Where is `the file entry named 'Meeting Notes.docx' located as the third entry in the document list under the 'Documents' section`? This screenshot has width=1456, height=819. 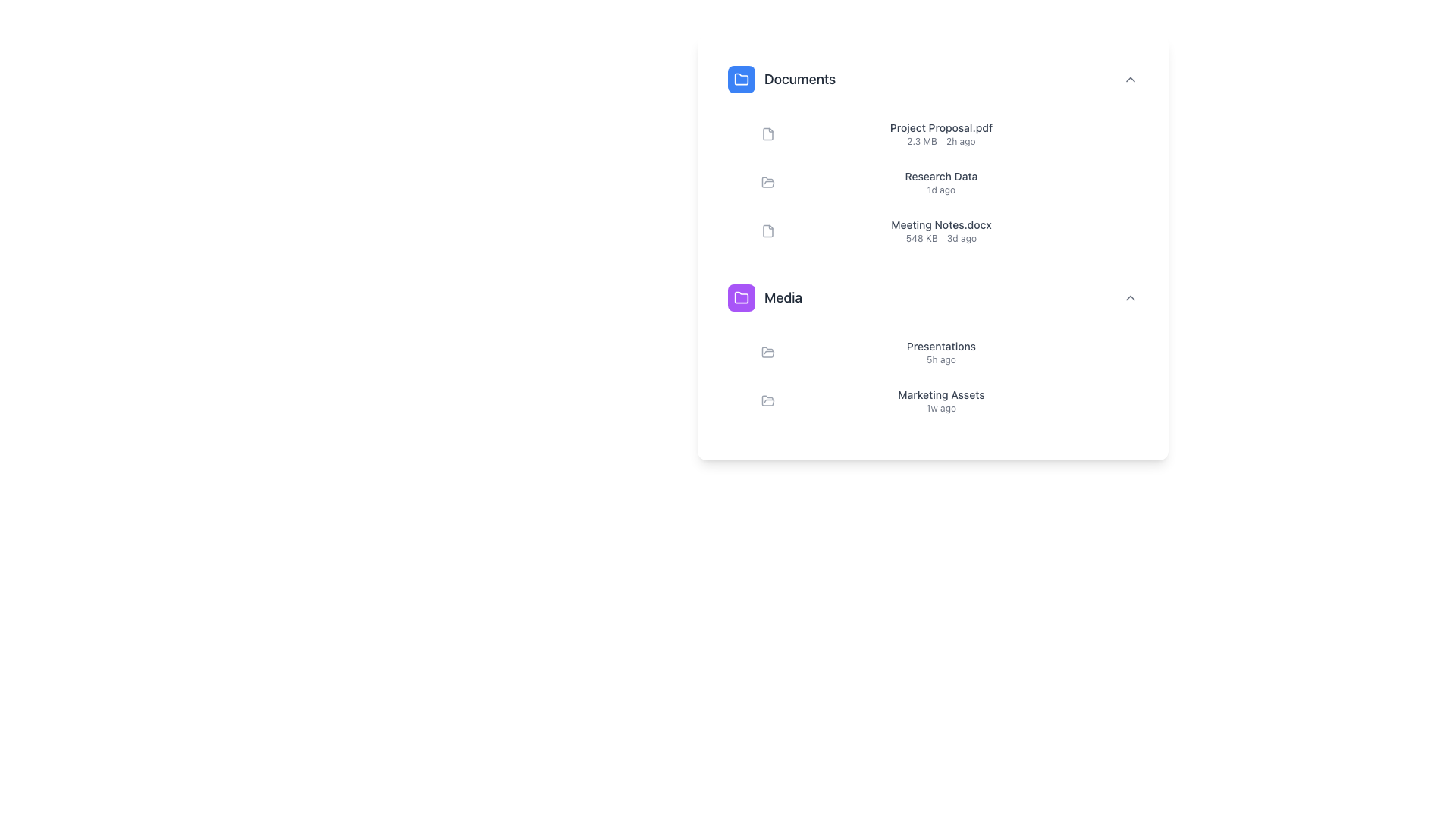
the file entry named 'Meeting Notes.docx' located as the third entry in the document list under the 'Documents' section is located at coordinates (950, 231).